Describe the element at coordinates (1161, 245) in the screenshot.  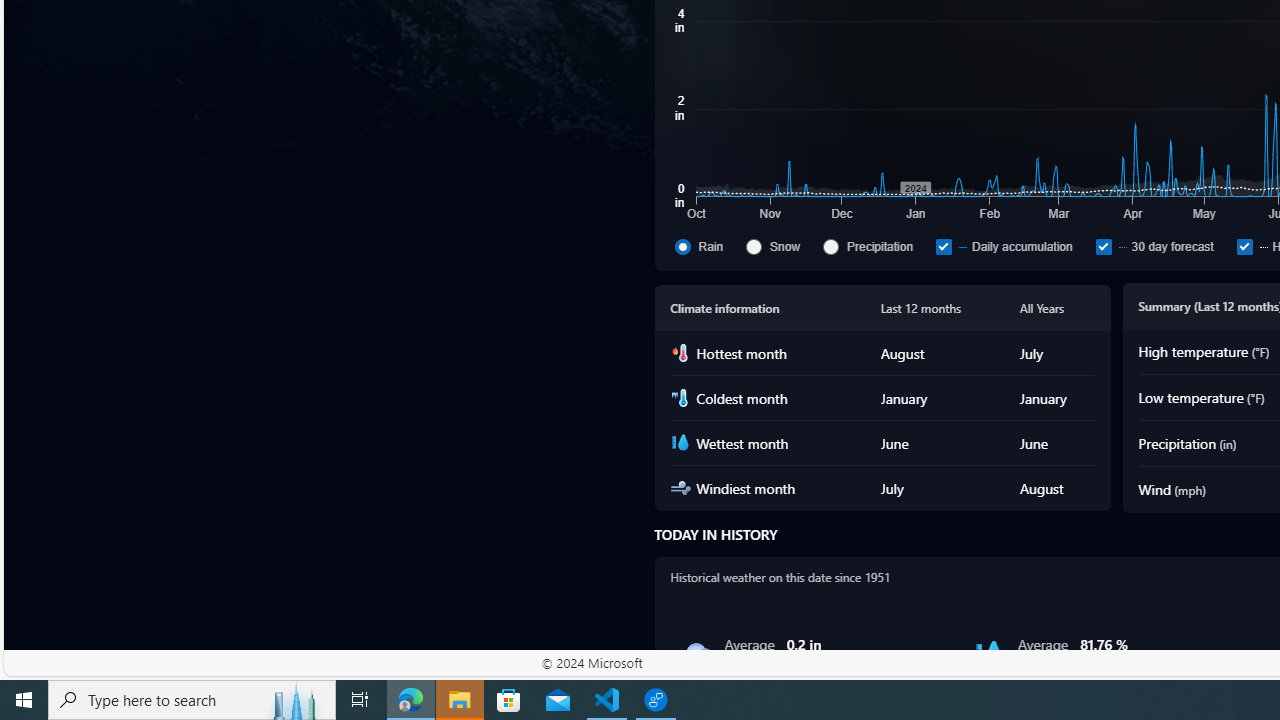
I see `'30 day forecast'` at that location.